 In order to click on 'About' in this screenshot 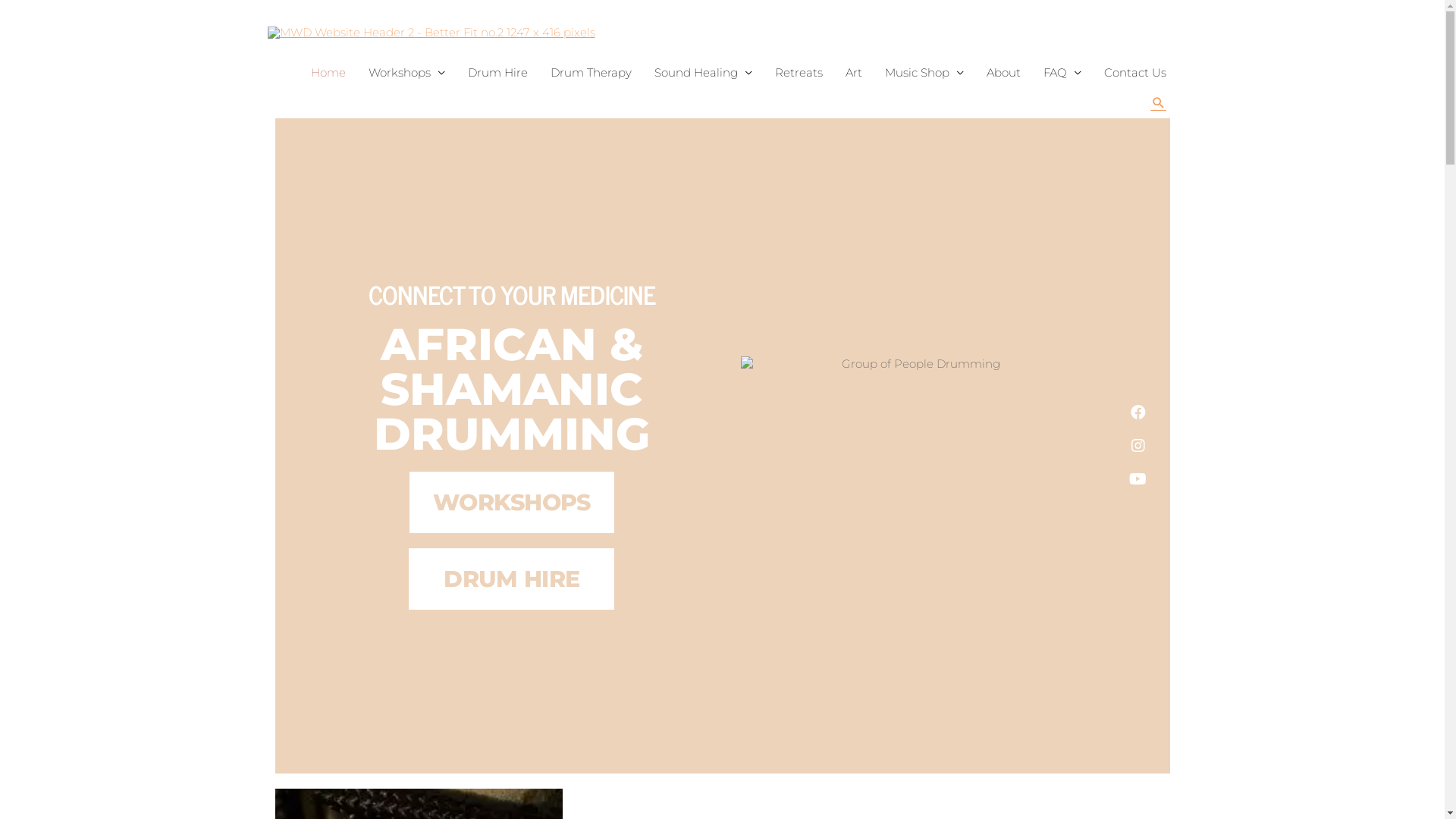, I will do `click(1003, 73)`.